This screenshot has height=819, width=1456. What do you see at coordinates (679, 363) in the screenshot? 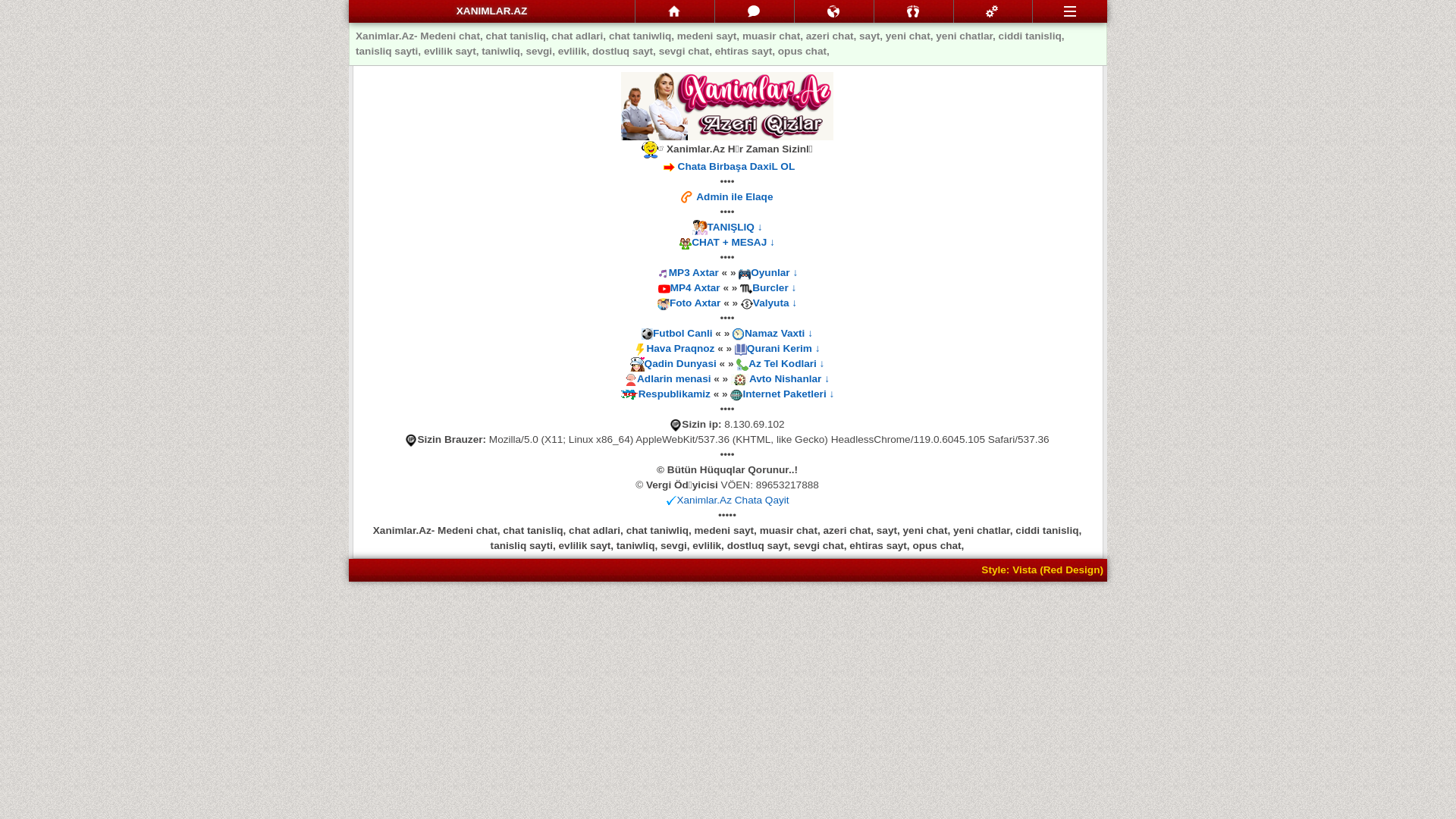
I see `'Qadin Dunyasi'` at bounding box center [679, 363].